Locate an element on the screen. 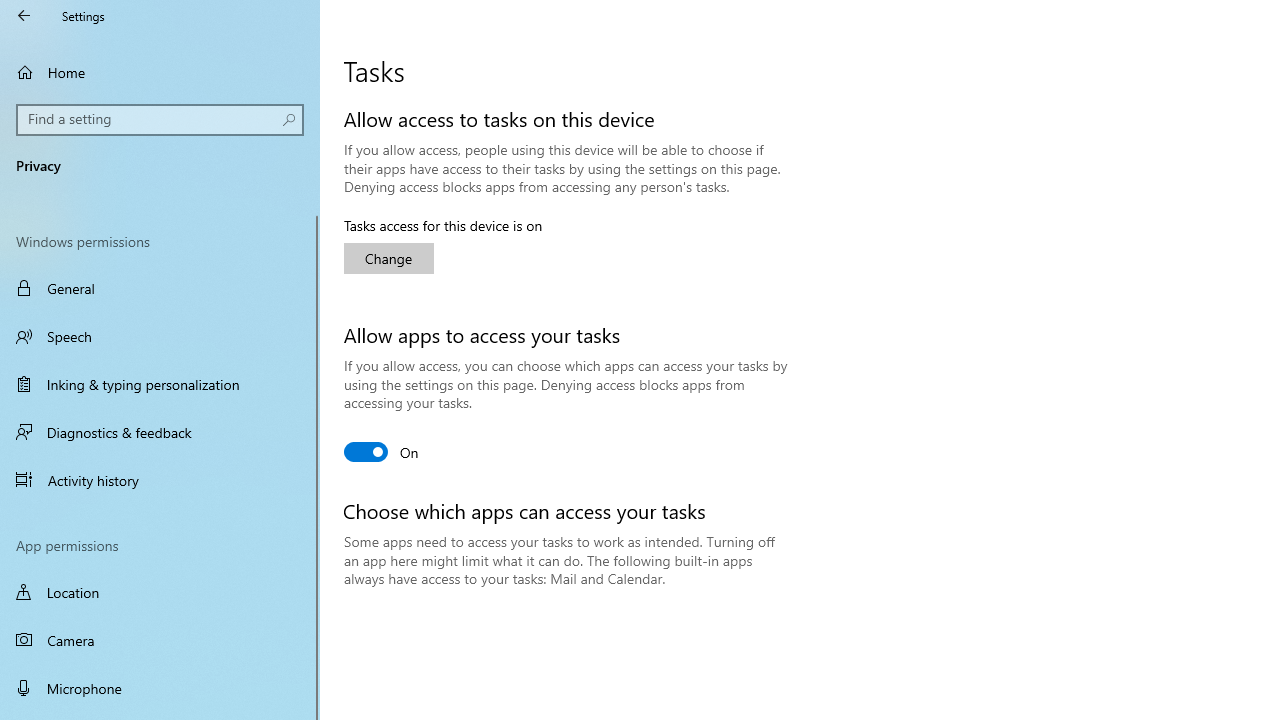  'Microphone' is located at coordinates (160, 686).